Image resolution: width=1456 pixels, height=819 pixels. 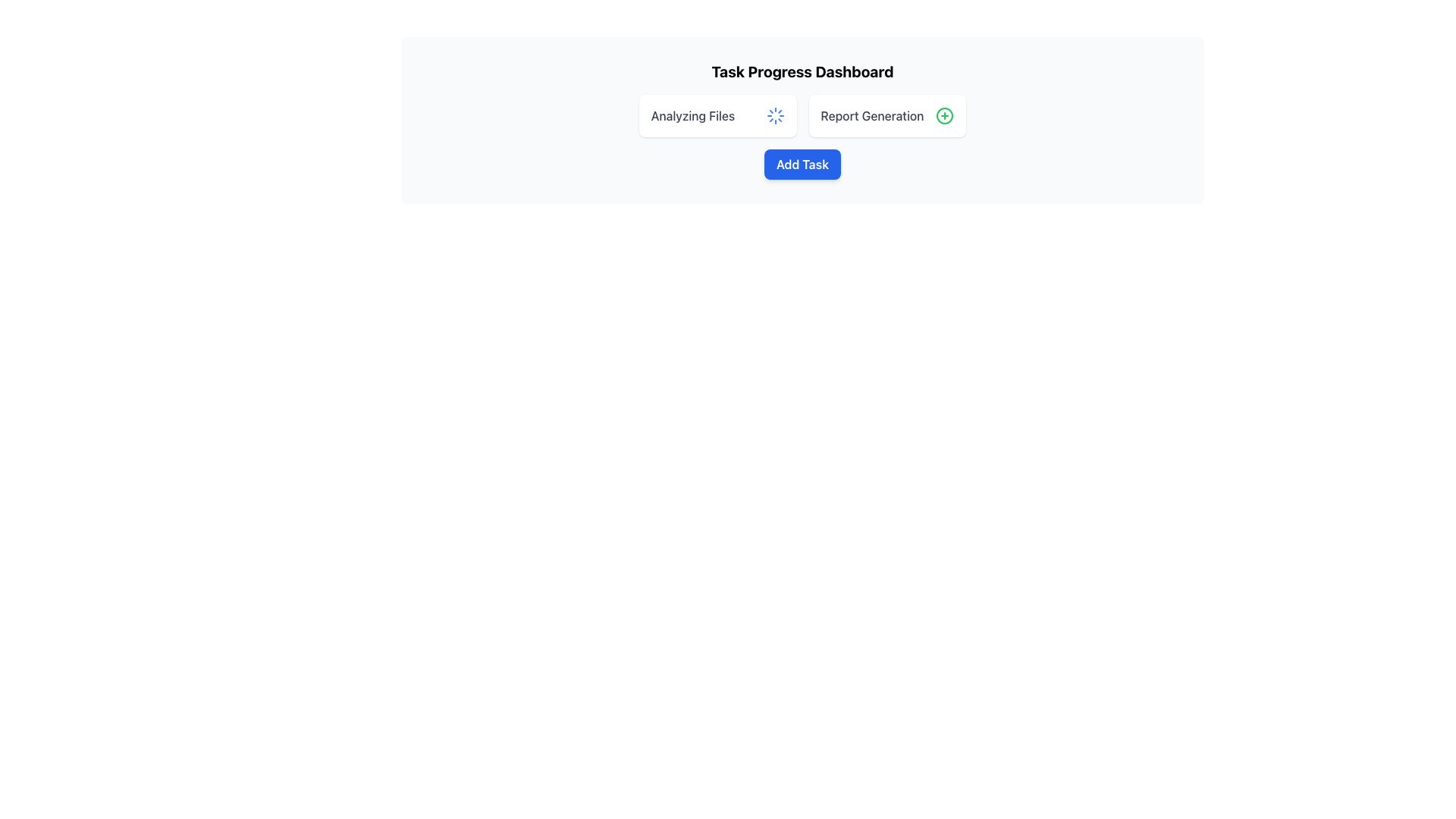 What do you see at coordinates (944, 115) in the screenshot?
I see `the green circular icon with a centered plus sign next to the 'Report Generation' label` at bounding box center [944, 115].